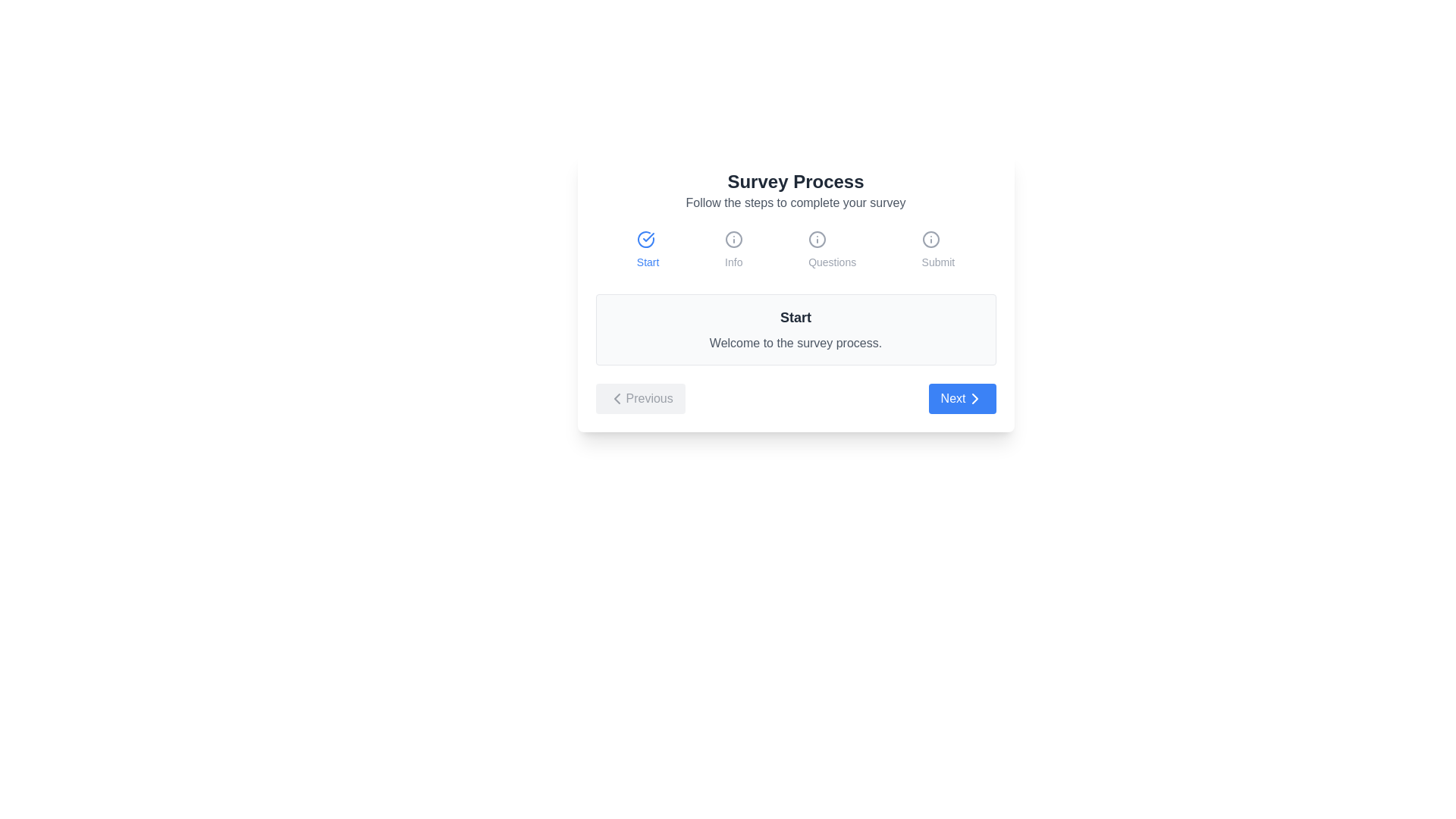 The width and height of the screenshot is (1456, 819). I want to click on the chevron icon within the 'Previous' button located in the bottom left corner of the survey interface to visually reinforce its purpose for navigating to the prior step in the survey process, so click(617, 397).